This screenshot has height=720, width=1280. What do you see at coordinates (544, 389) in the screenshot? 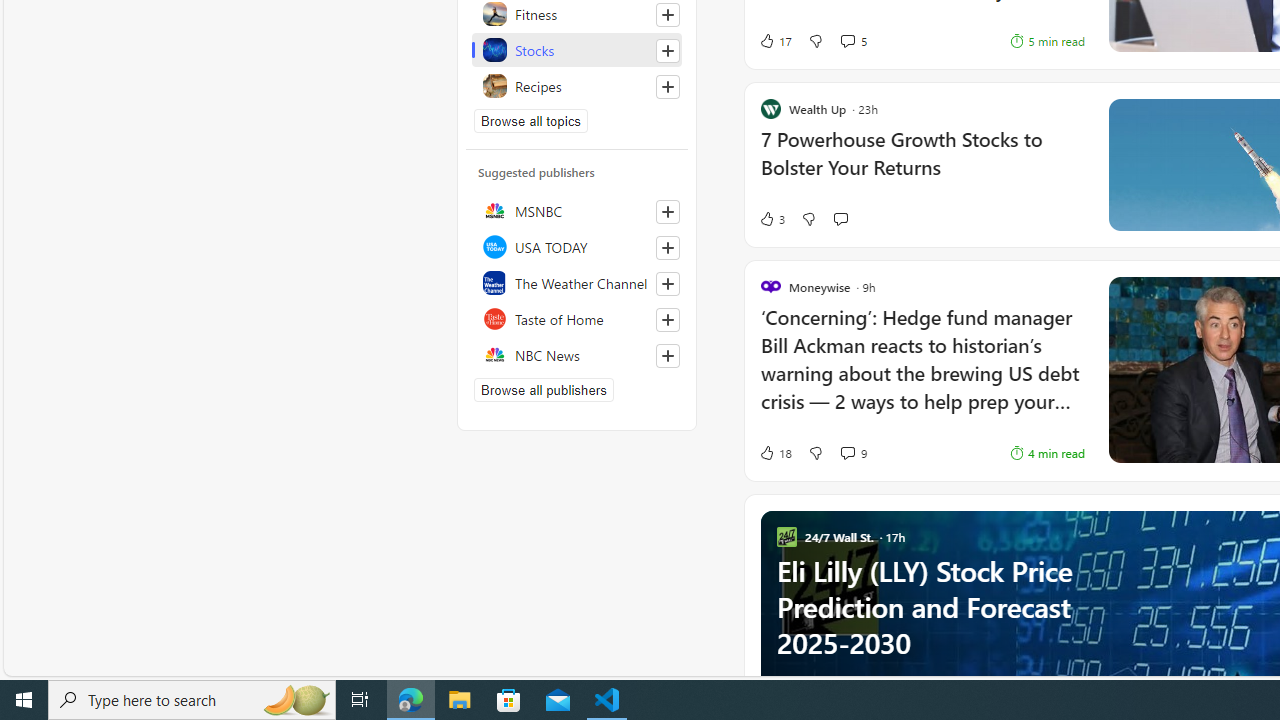
I see `'Browse all publishers'` at bounding box center [544, 389].